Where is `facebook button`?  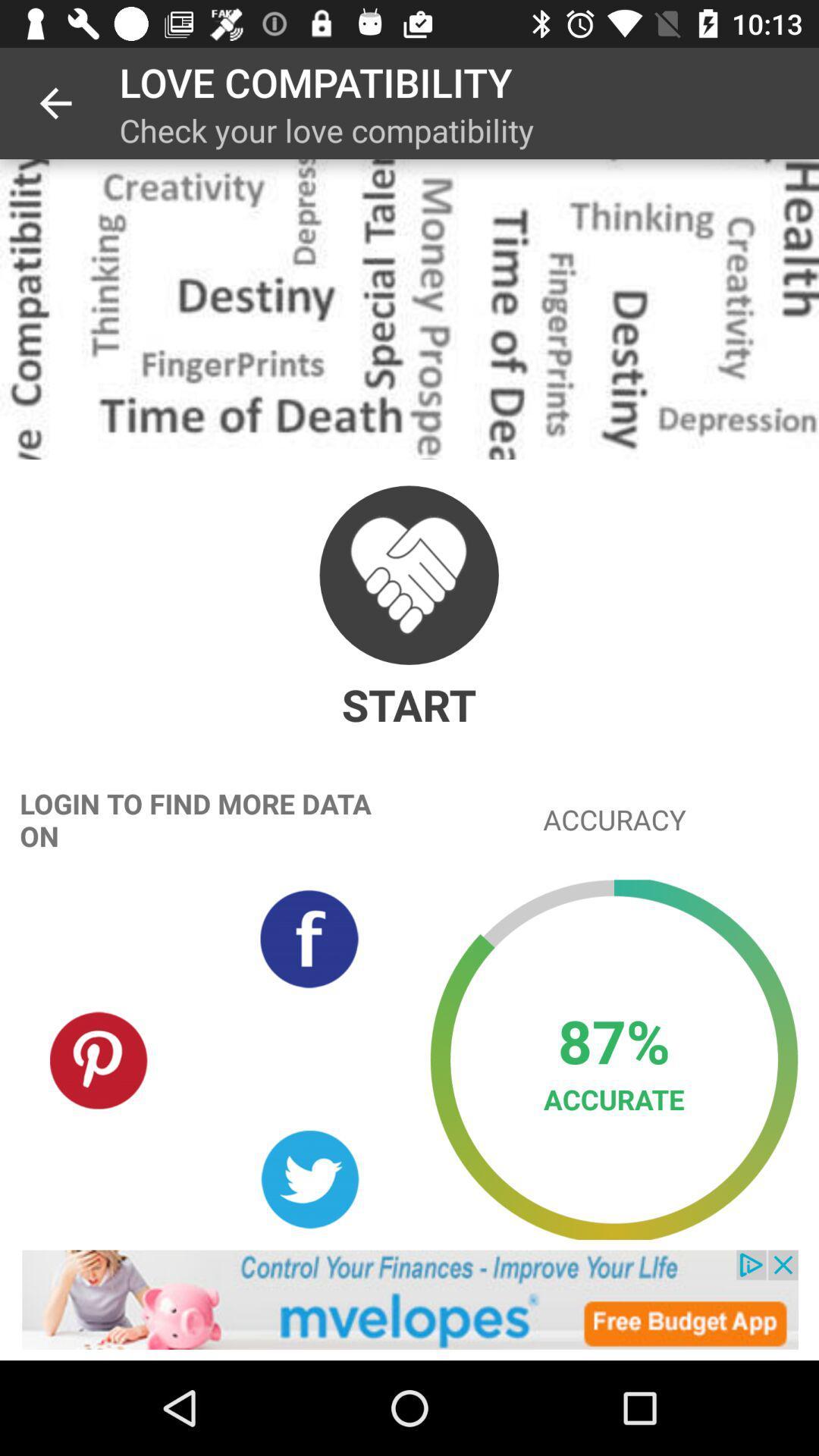 facebook button is located at coordinates (309, 938).